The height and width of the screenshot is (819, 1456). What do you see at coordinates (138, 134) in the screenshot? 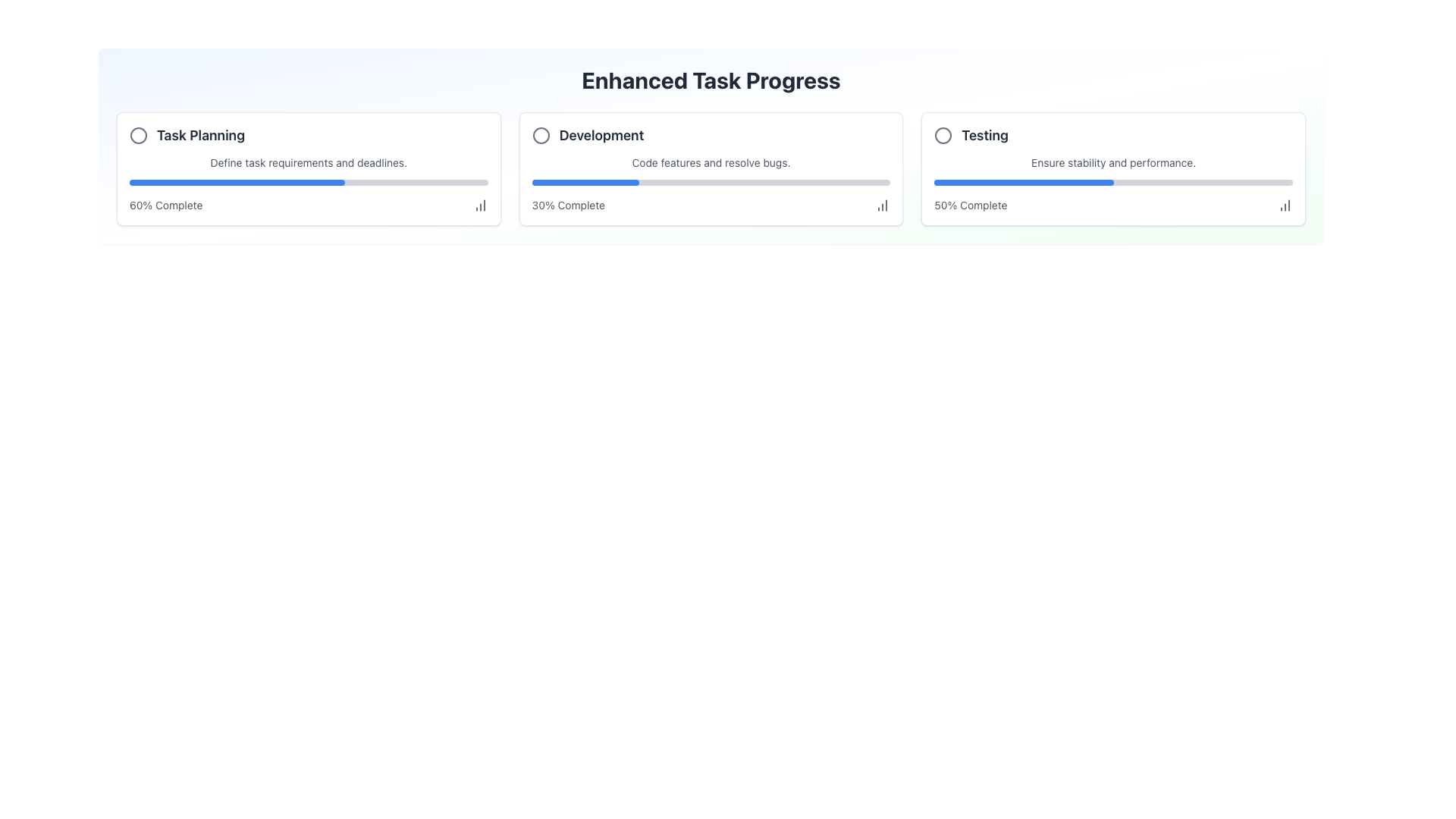
I see `the circular SVG graphic with a stroke located in the 'Task Planning' card in the upper left section of the layout` at bounding box center [138, 134].